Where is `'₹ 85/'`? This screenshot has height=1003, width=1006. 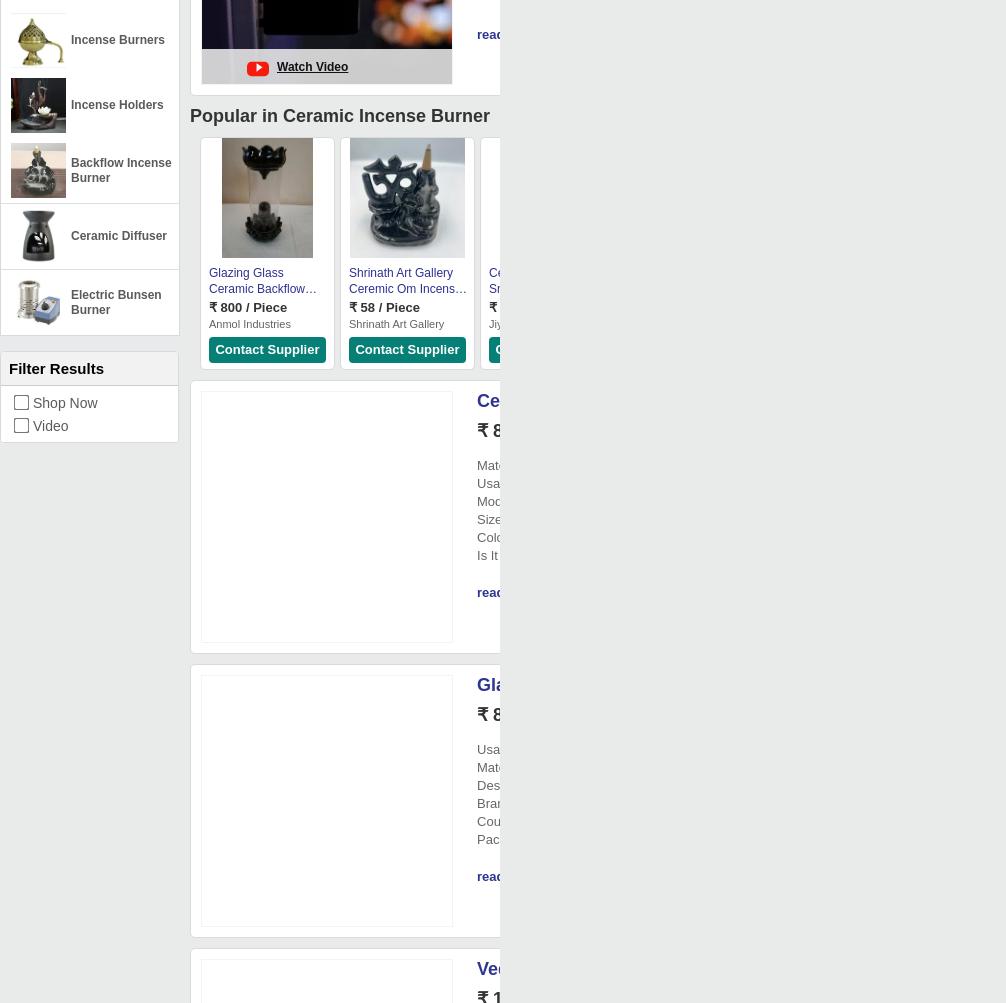 '₹ 85/' is located at coordinates (496, 714).